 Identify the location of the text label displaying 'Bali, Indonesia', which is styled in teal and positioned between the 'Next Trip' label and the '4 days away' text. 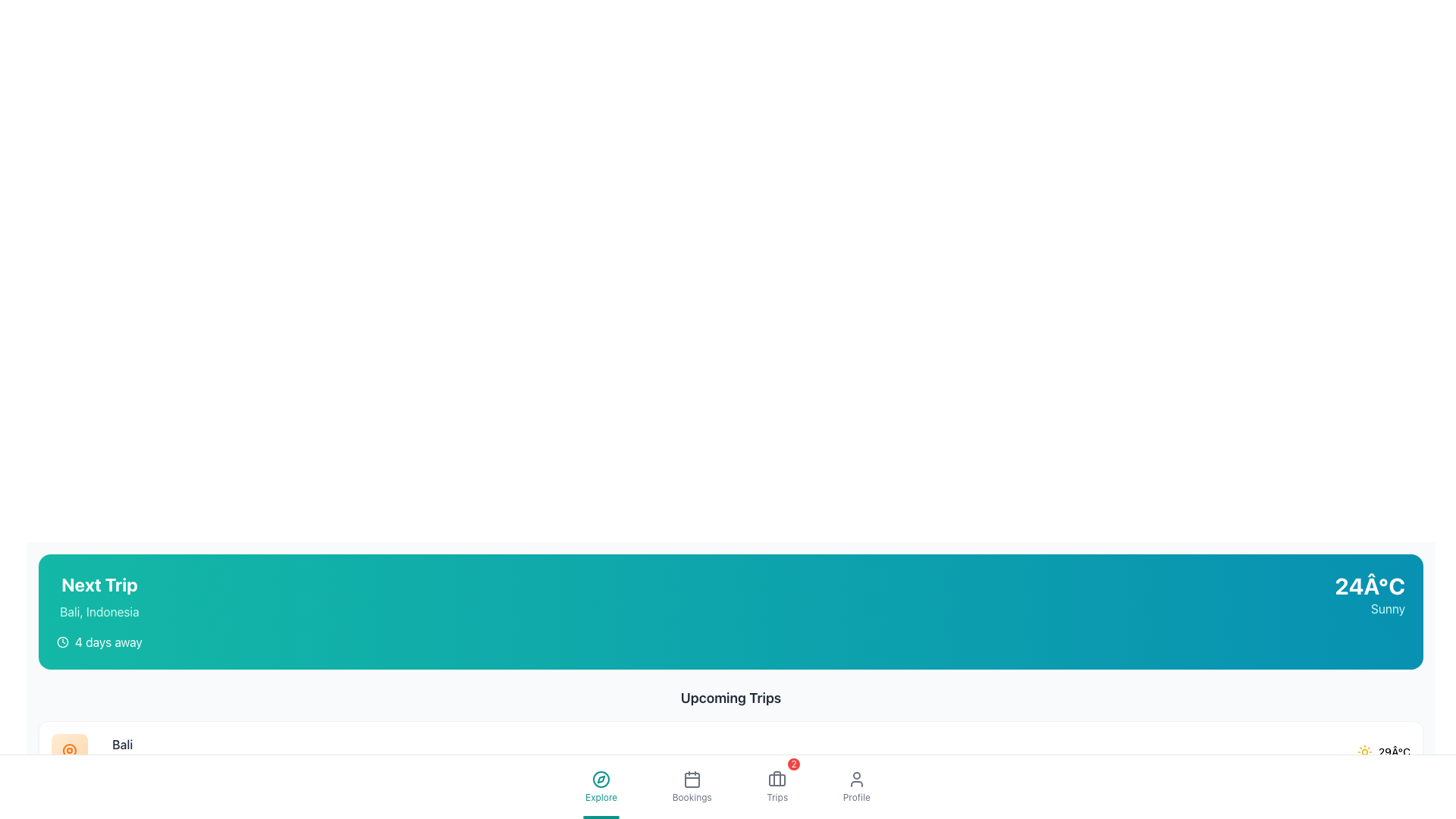
(99, 610).